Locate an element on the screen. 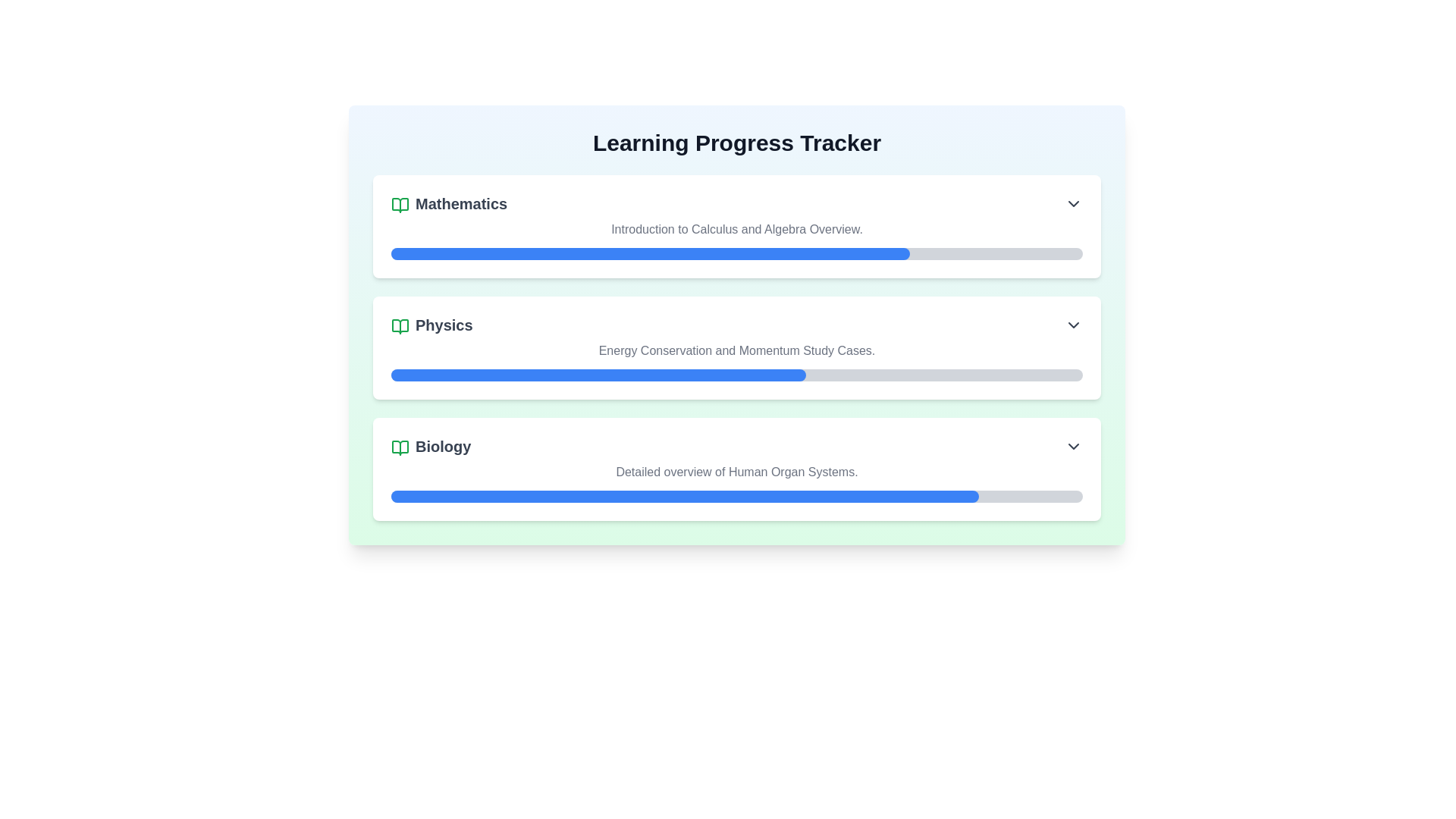 This screenshot has height=819, width=1456. the Progress Bar representing 75% completion in the Mathematics section below 'Introduction to Calculus and Algebra Overview.' is located at coordinates (736, 253).